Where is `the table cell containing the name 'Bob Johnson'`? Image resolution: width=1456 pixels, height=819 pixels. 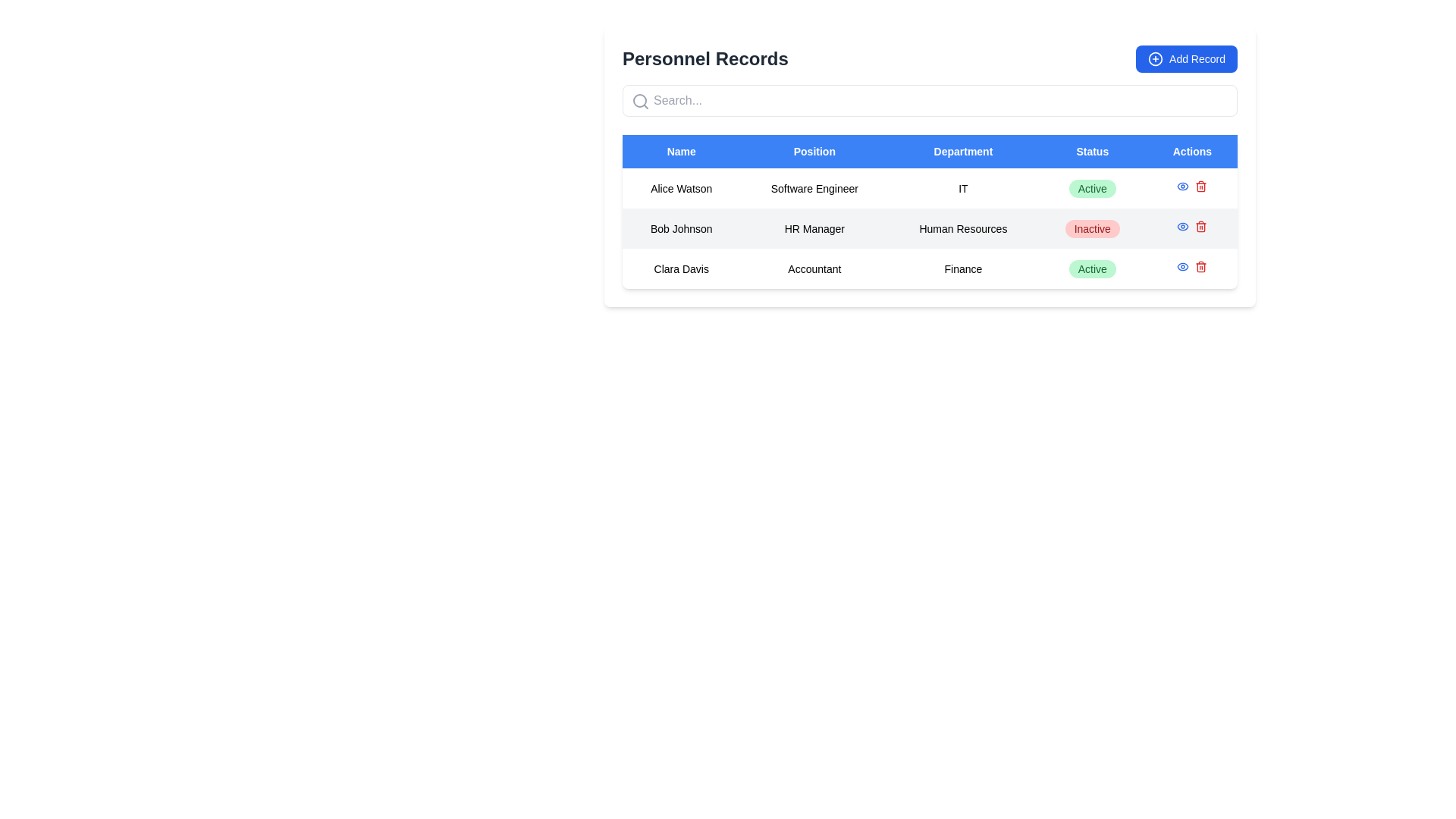
the table cell containing the name 'Bob Johnson' is located at coordinates (680, 228).